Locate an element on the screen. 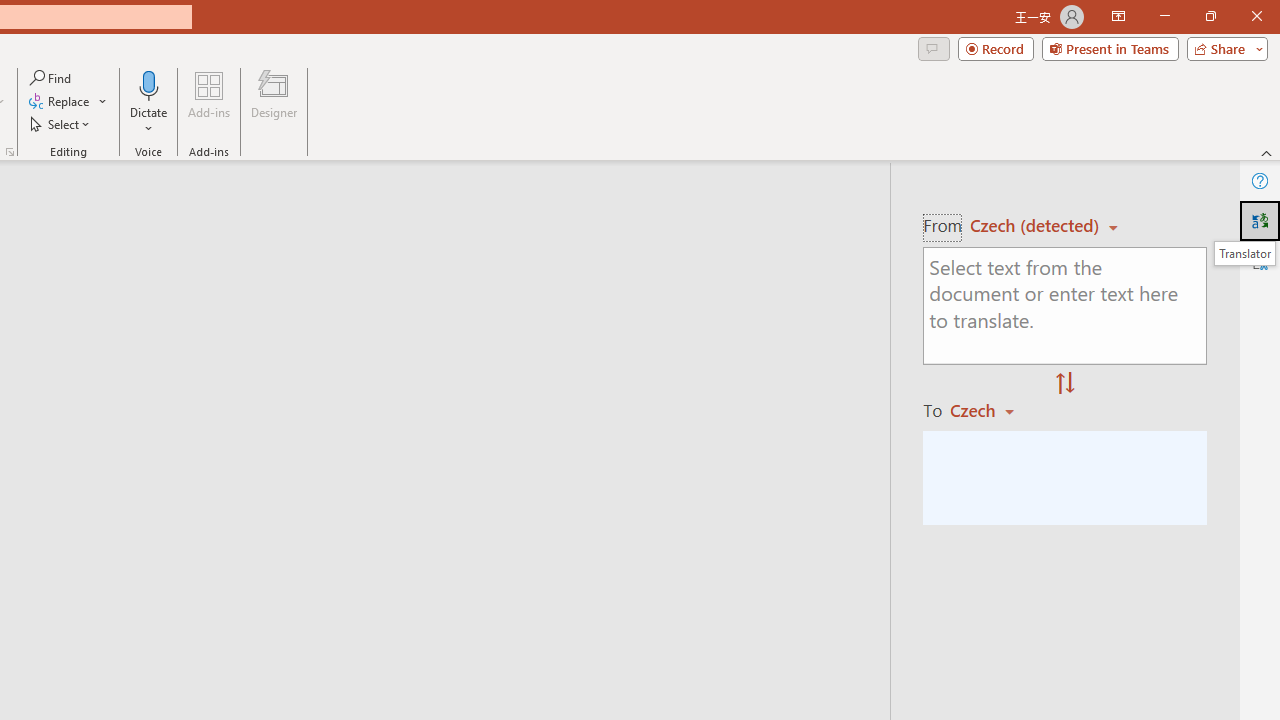 This screenshot has height=720, width=1280. 'Collapse the Ribbon' is located at coordinates (1266, 152).